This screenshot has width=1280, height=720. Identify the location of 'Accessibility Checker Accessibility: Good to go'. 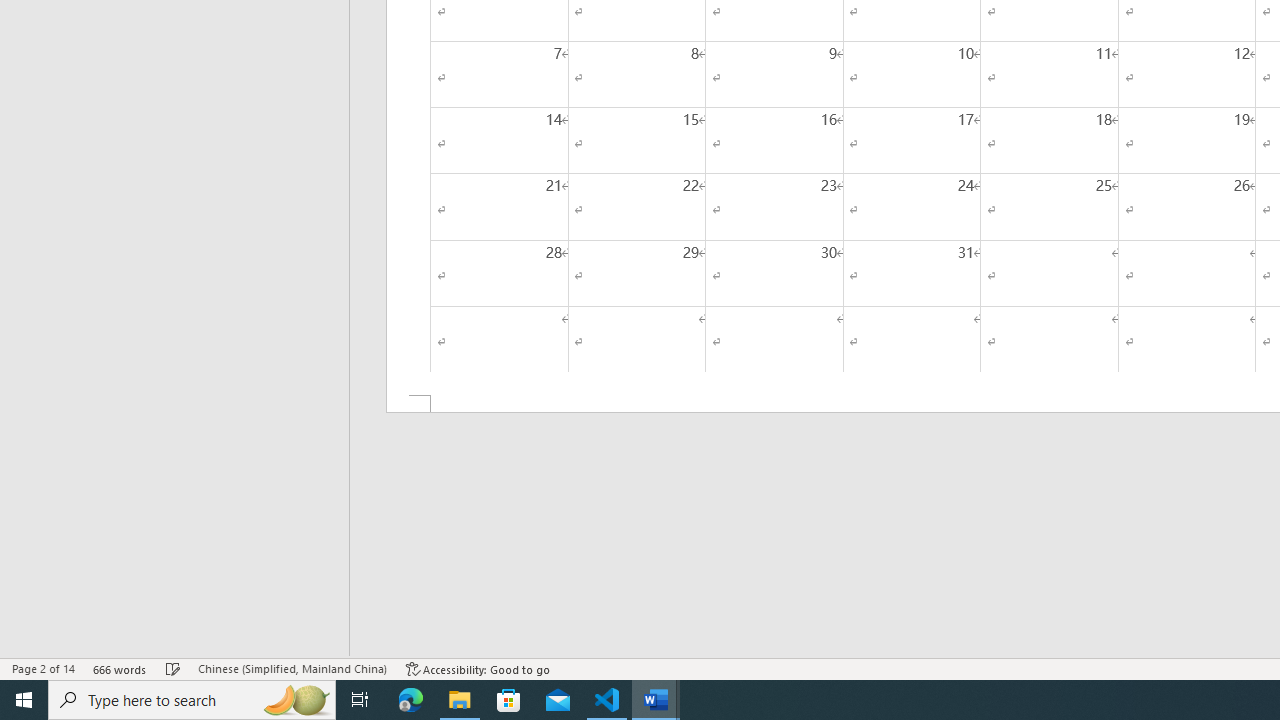
(477, 669).